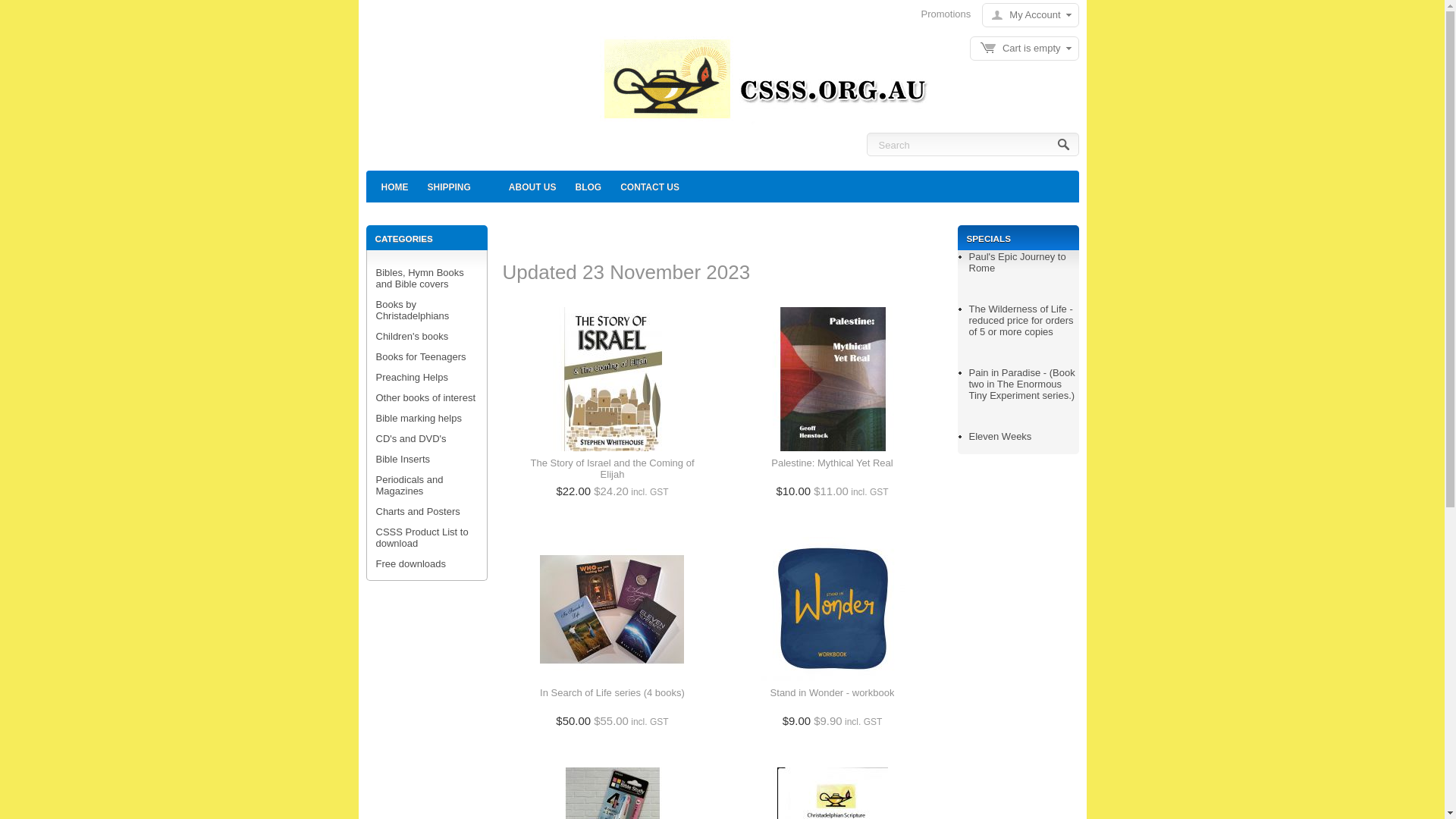  What do you see at coordinates (1024, 48) in the screenshot?
I see `'Cart is empty'` at bounding box center [1024, 48].